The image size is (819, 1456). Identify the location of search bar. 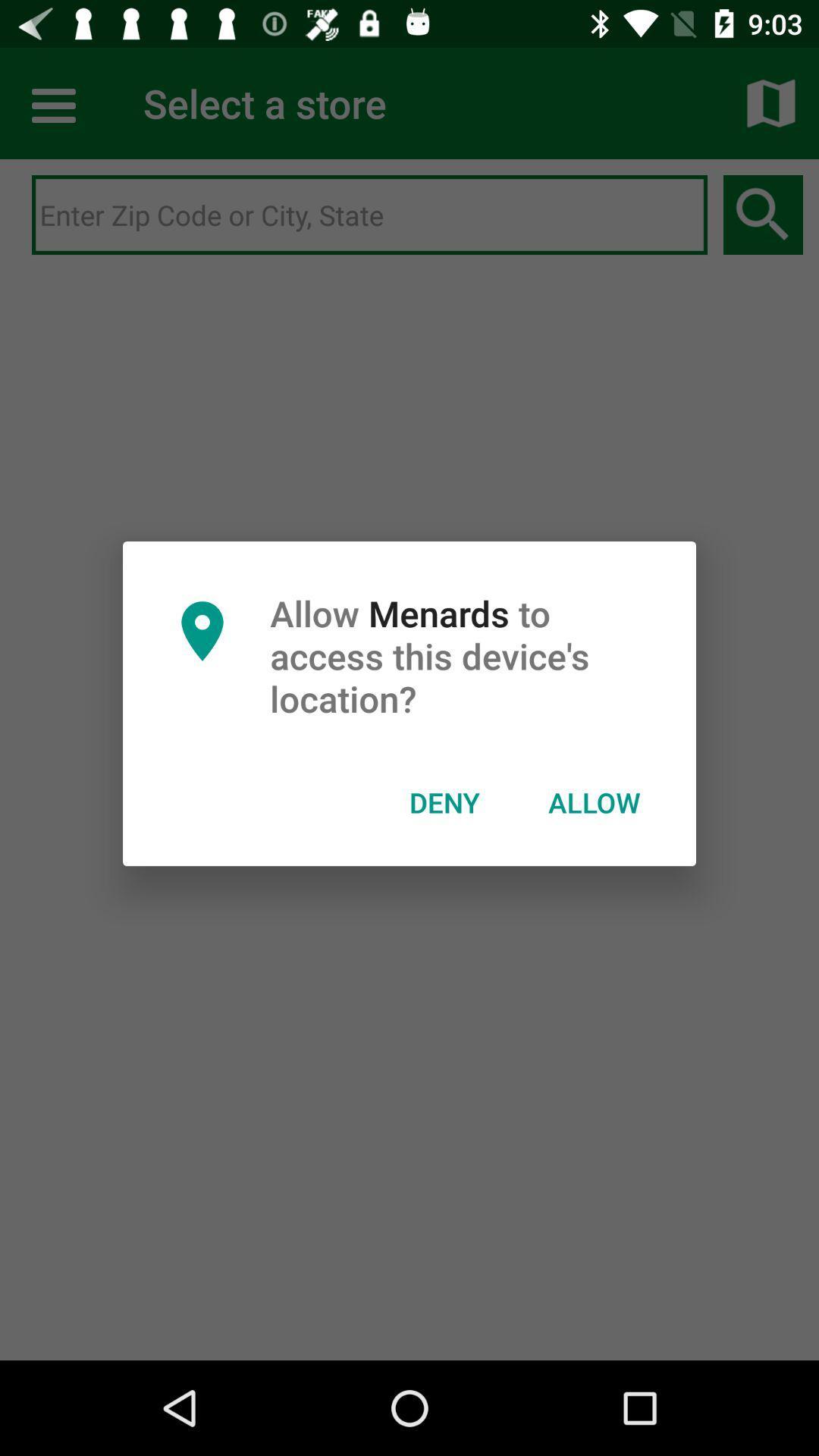
(369, 215).